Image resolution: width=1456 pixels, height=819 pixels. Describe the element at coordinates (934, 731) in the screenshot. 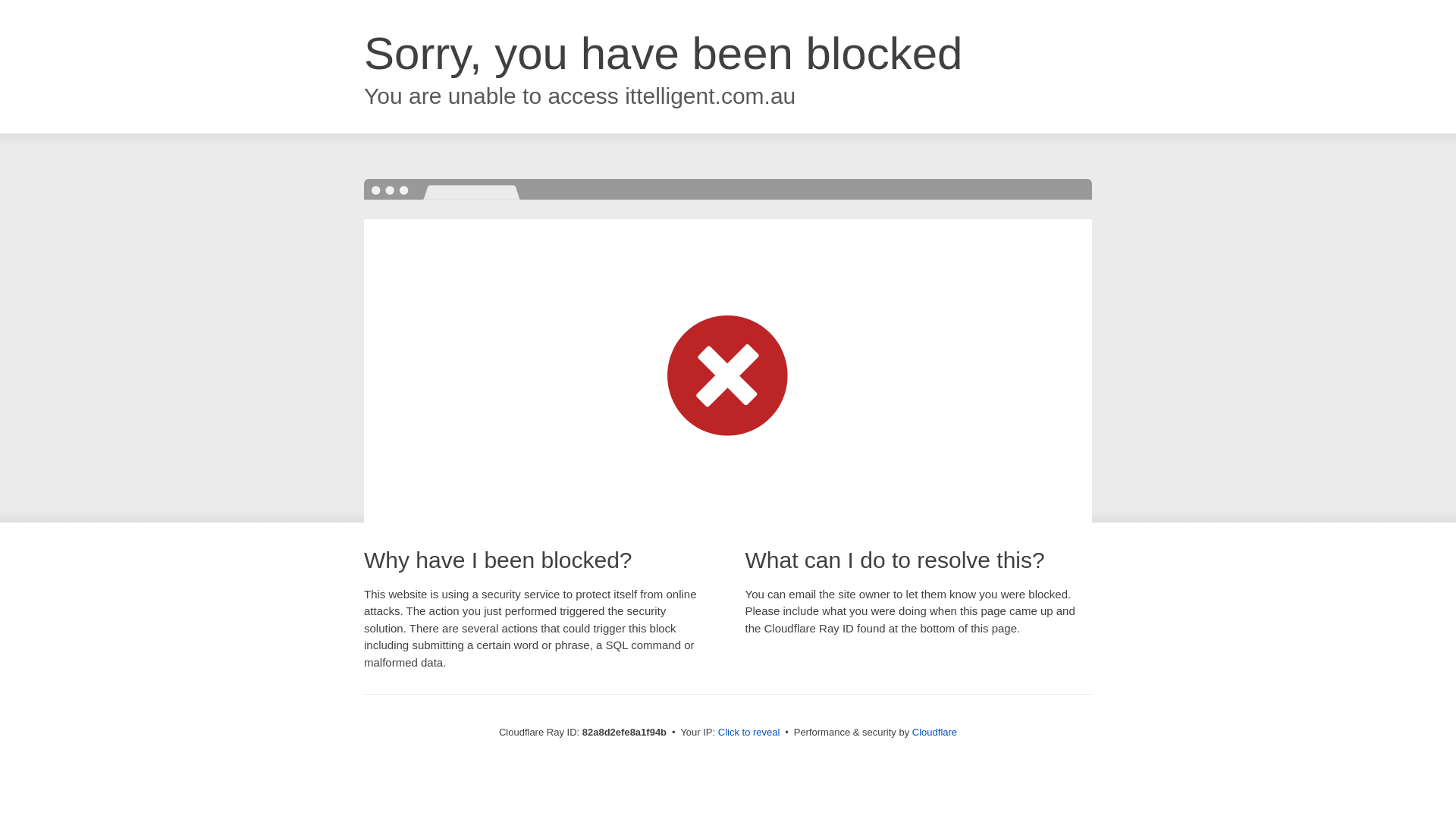

I see `'Cloudflare'` at that location.